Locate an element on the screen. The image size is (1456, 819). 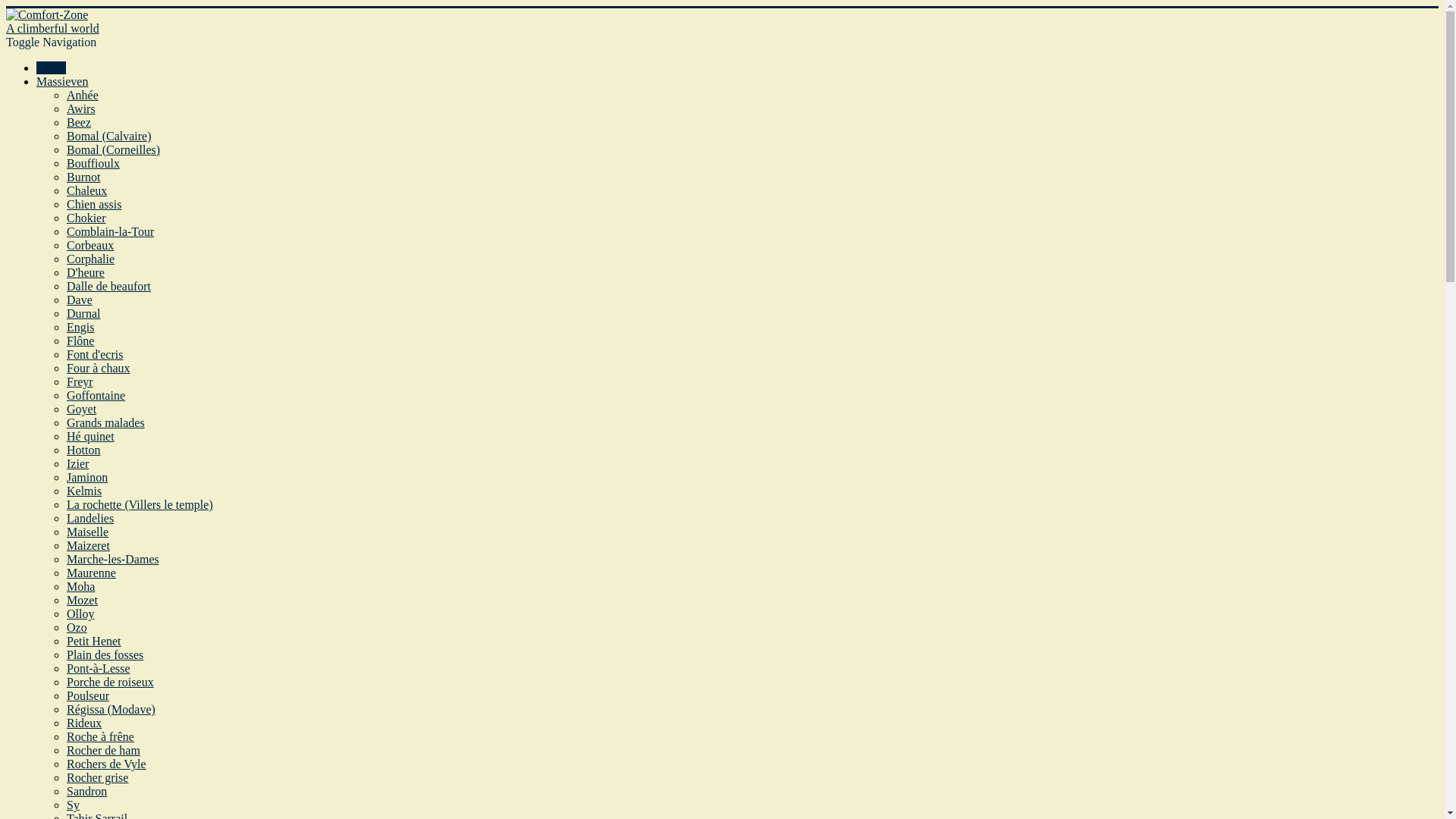
'Rocher de ham' is located at coordinates (102, 749).